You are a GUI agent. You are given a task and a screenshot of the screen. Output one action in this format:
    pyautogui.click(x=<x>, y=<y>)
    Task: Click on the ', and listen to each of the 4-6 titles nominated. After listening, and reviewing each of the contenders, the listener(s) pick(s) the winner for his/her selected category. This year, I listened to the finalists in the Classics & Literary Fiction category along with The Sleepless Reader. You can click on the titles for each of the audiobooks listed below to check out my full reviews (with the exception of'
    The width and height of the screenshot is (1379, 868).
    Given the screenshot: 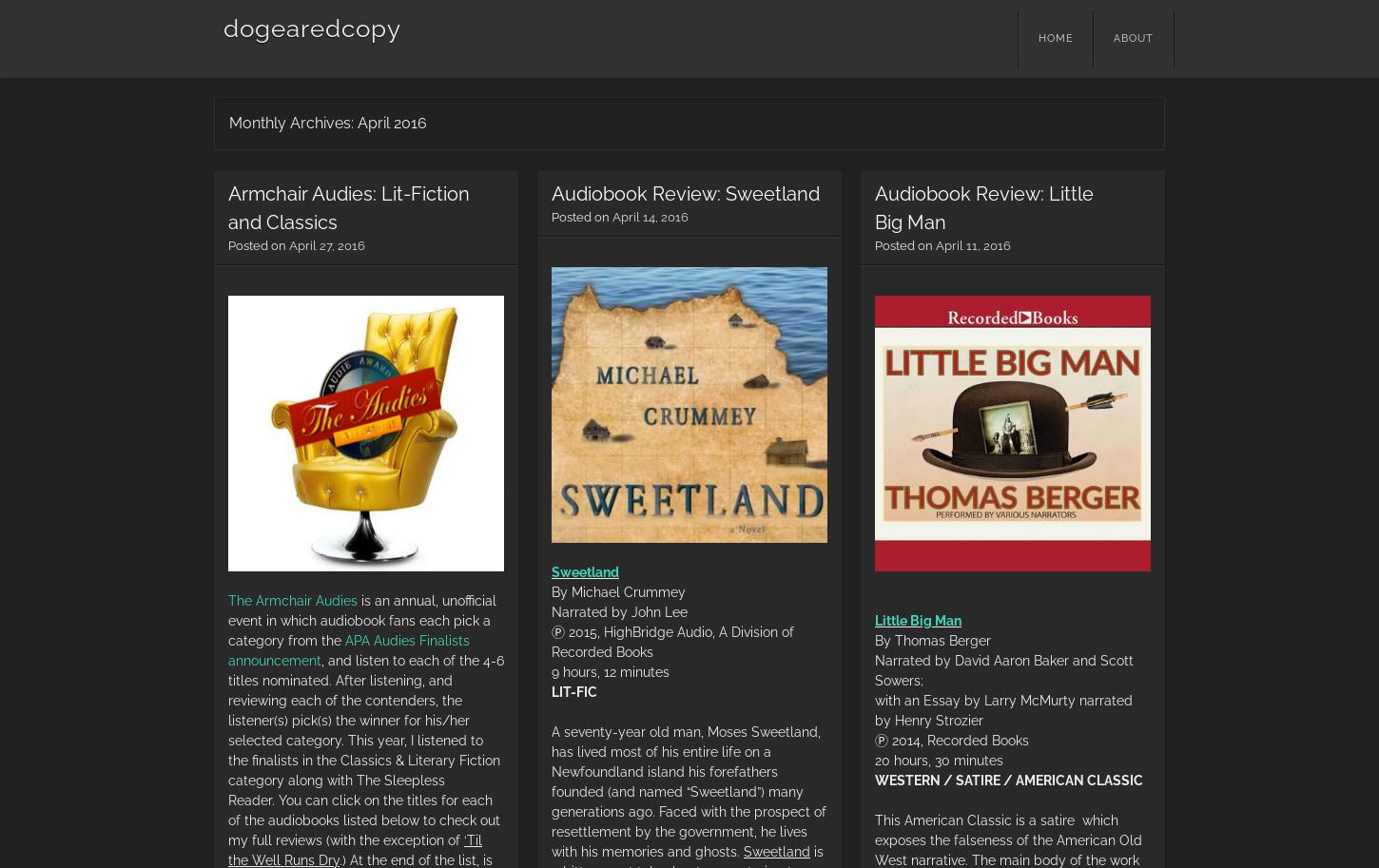 What is the action you would take?
    pyautogui.click(x=364, y=749)
    